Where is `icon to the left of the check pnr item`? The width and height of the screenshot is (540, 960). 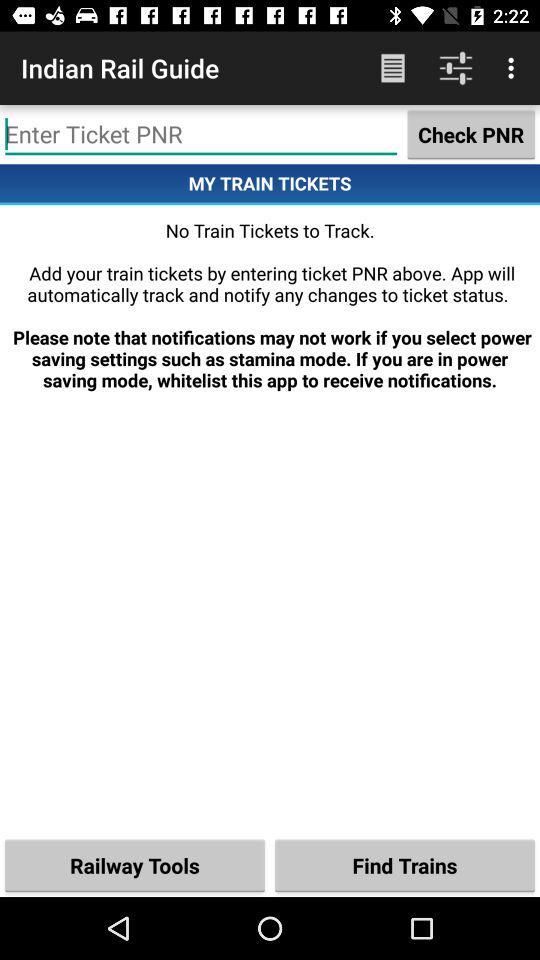 icon to the left of the check pnr item is located at coordinates (201, 133).